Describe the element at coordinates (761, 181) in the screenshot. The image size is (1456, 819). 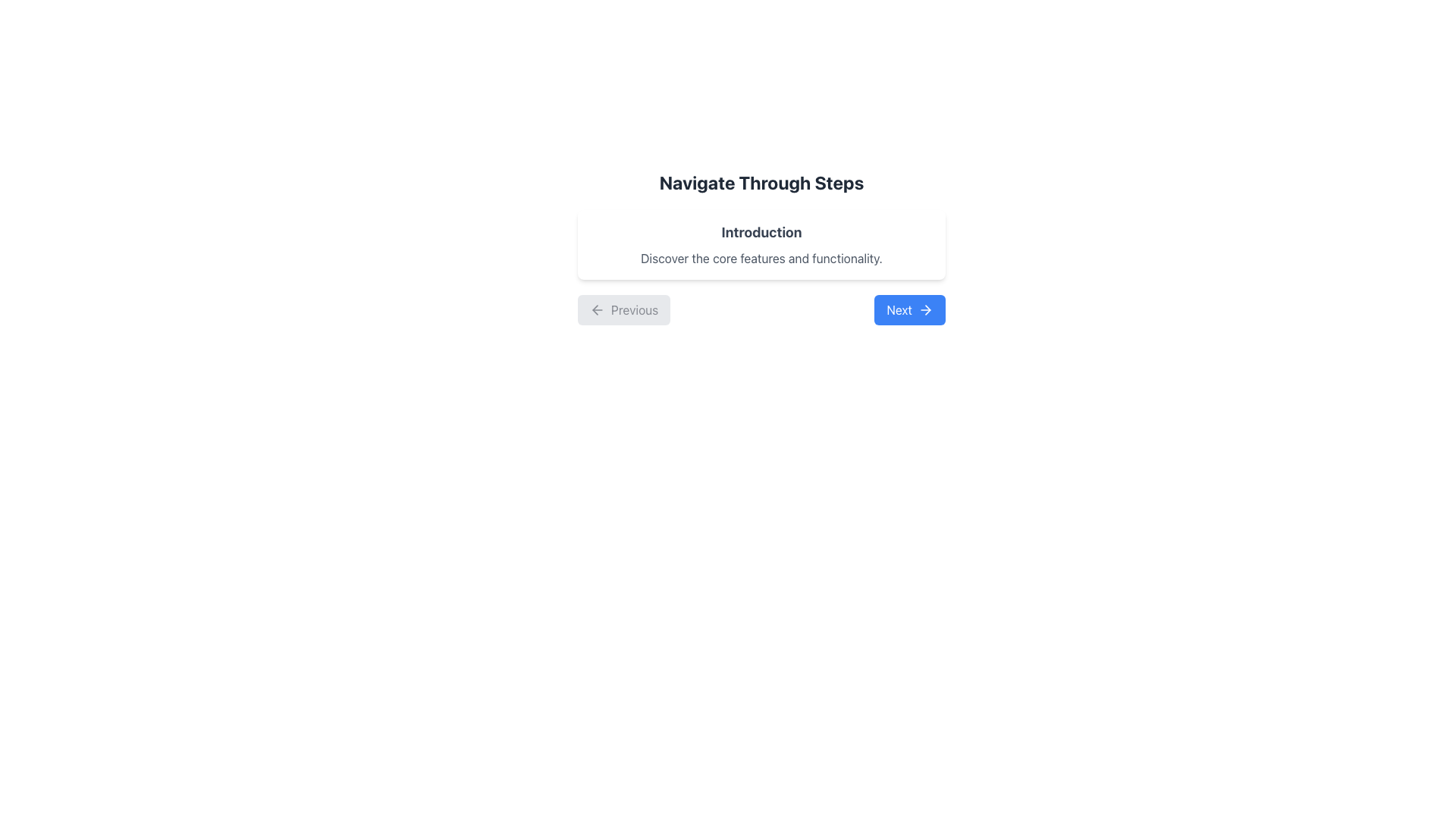
I see `text from the header label positioned at the top center of the content section, directly above the 'Introduction' heading` at that location.